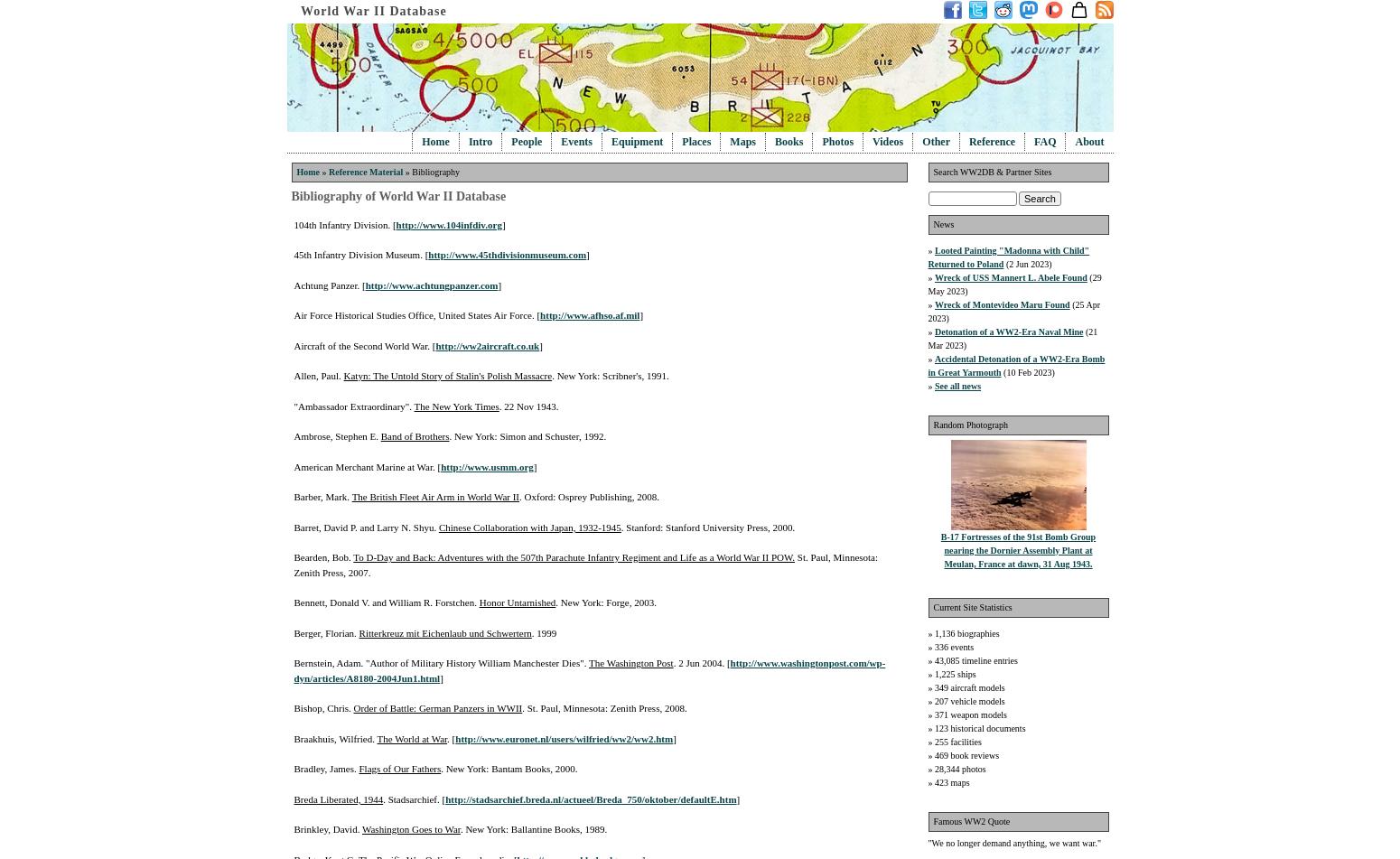 Image resolution: width=1400 pixels, height=859 pixels. I want to click on 'Intro', so click(479, 142).